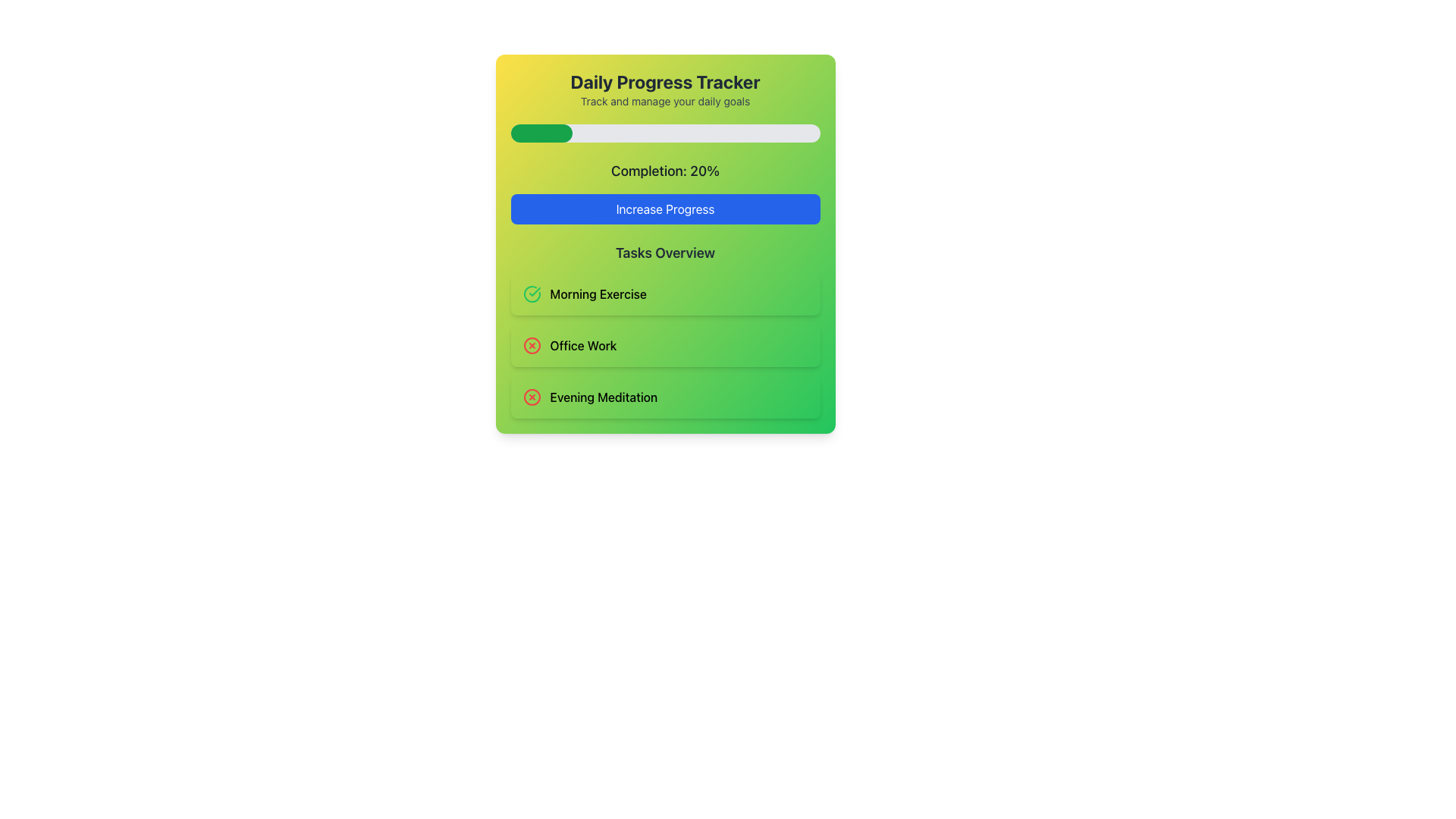  Describe the element at coordinates (532, 345) in the screenshot. I see `the circular error icon with a red cross, located to the left of the 'Office Work' label in the task list` at that location.